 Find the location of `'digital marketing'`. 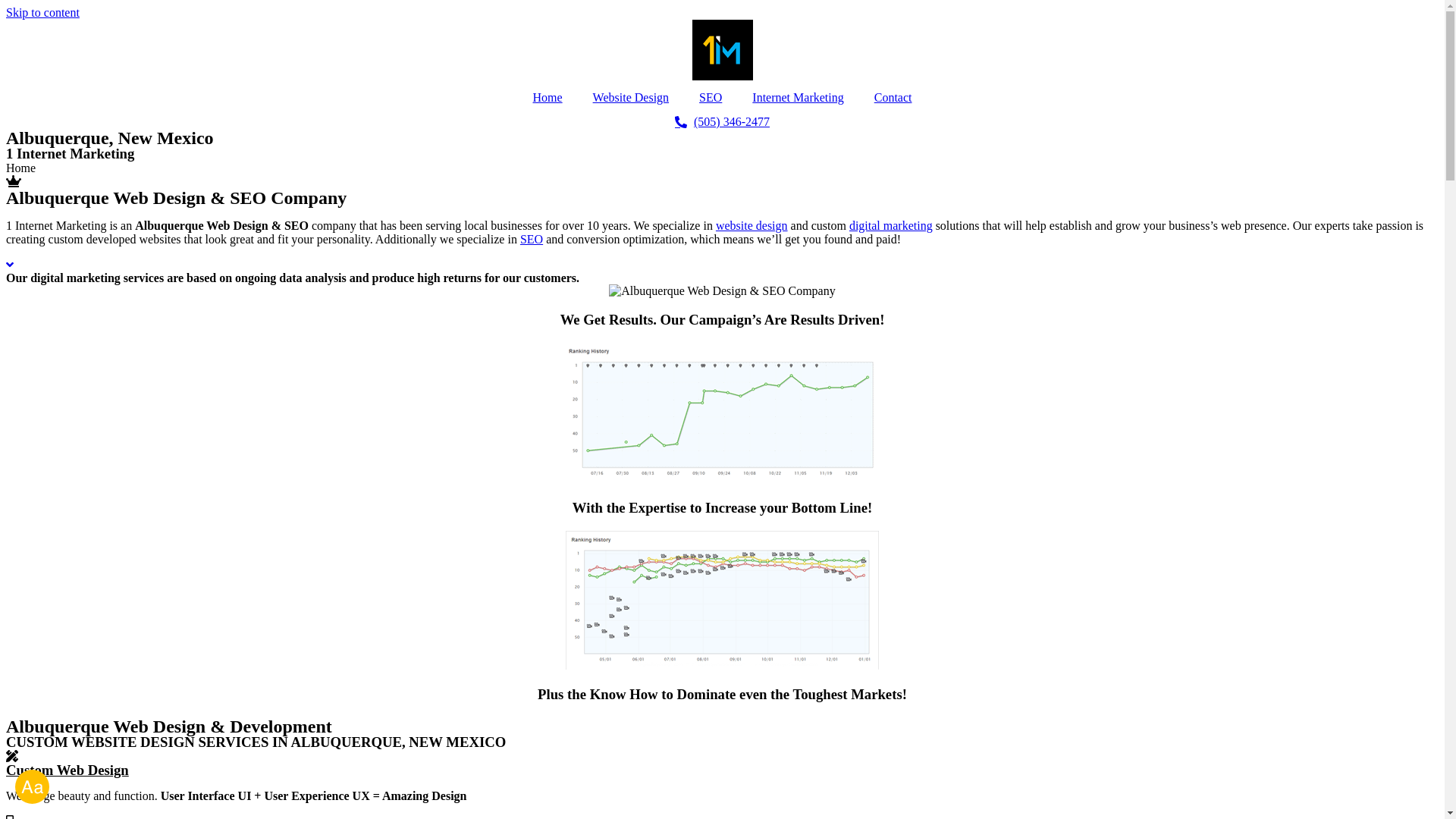

'digital marketing' is located at coordinates (891, 225).